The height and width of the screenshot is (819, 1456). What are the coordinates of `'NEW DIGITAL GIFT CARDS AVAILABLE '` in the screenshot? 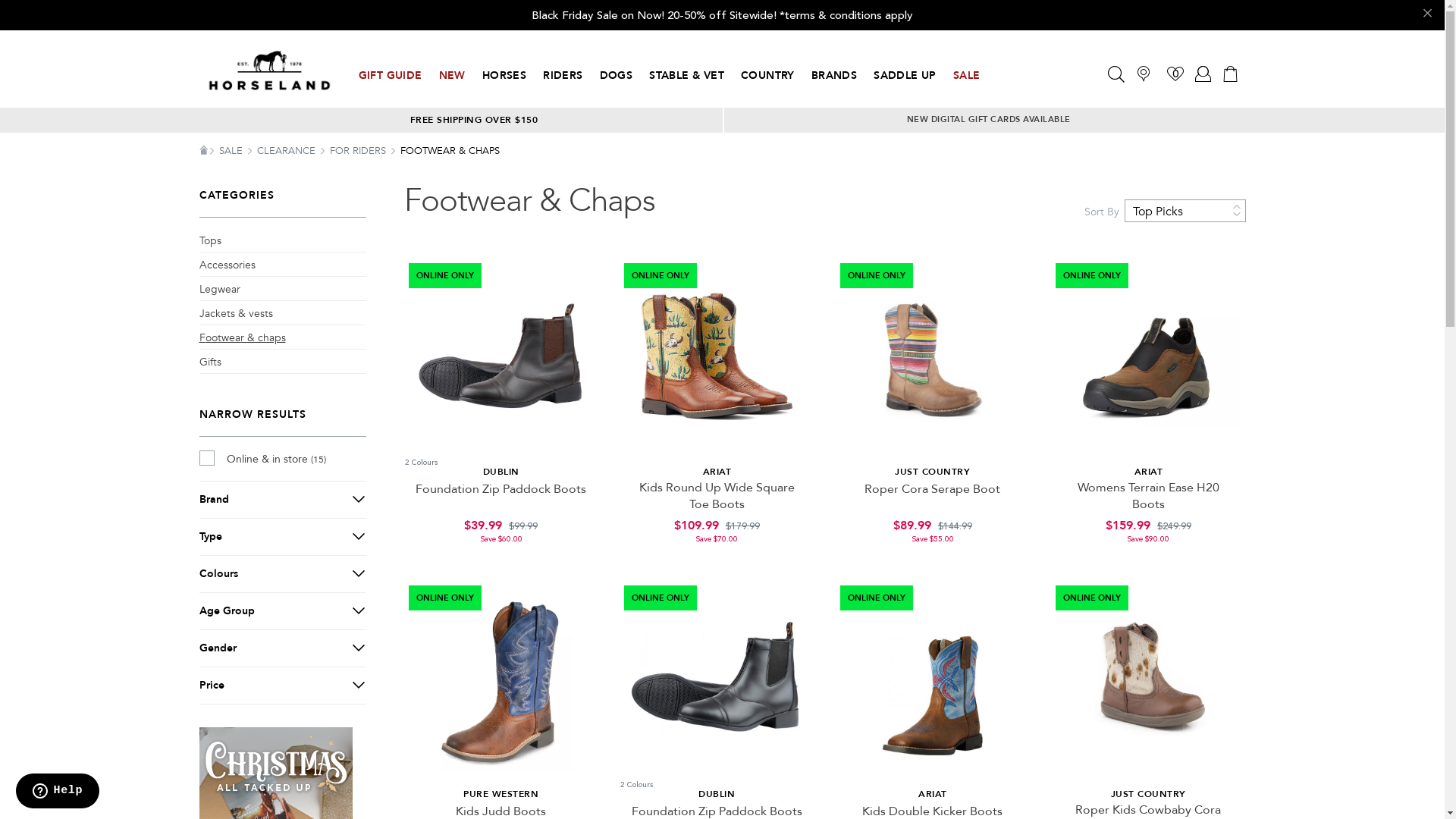 It's located at (990, 118).